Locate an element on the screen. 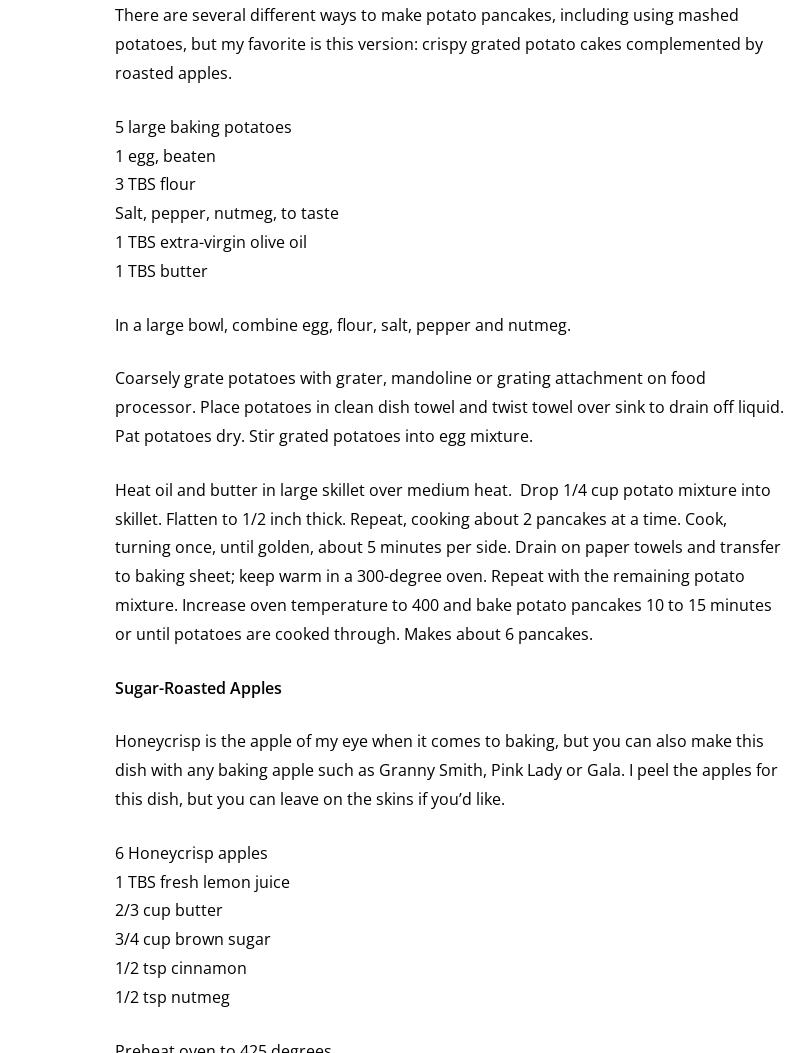  'Coarsely grate potatoes with grater, mandoline or grating attachment on food processor. Place potatoes in clean dish towel and twist towel over sink to drain off liquid. Pat potatoes dry. Stir grated potatoes into egg mixture.' is located at coordinates (448, 406).